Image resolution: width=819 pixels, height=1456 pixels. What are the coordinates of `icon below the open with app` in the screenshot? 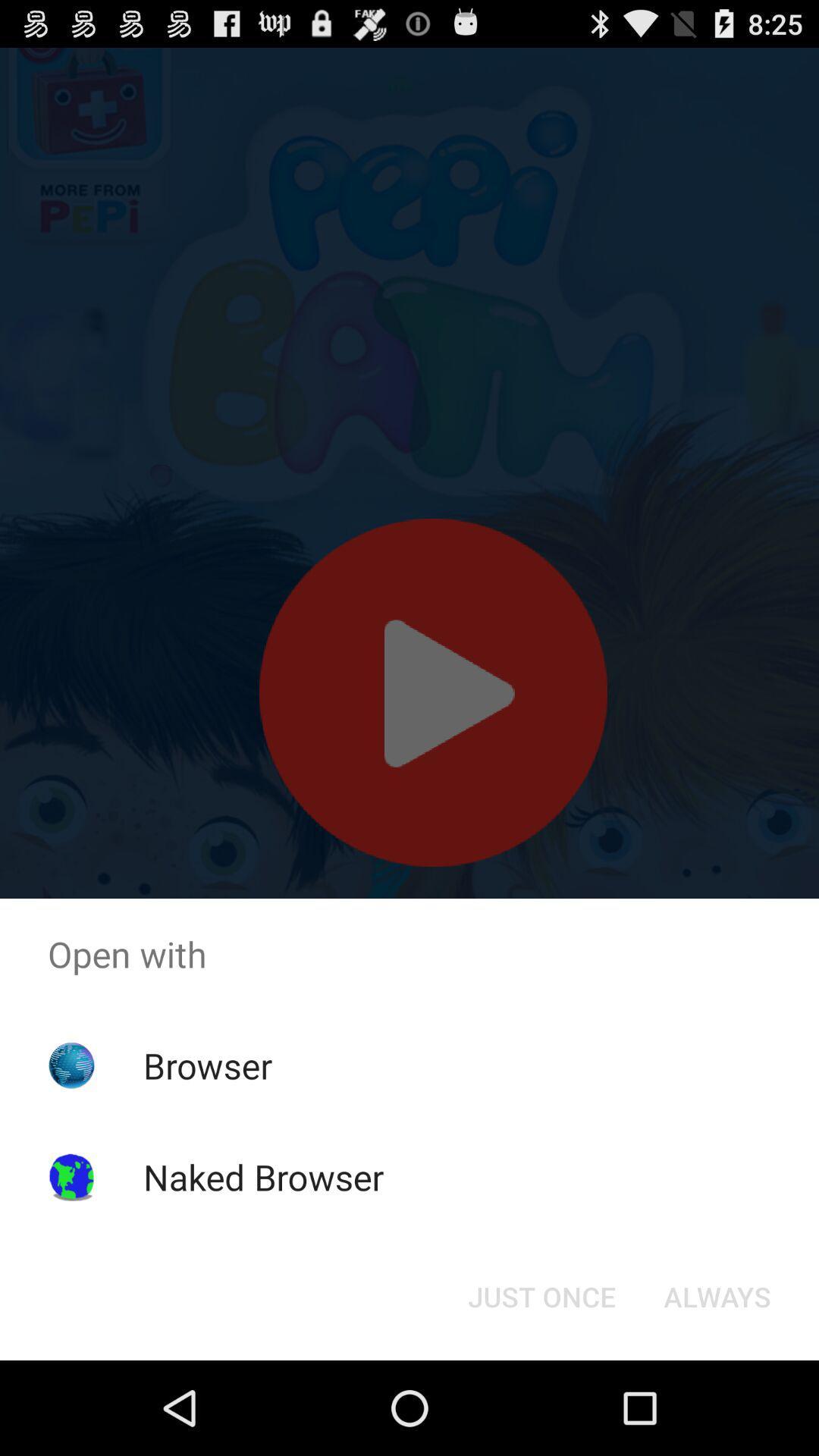 It's located at (541, 1295).